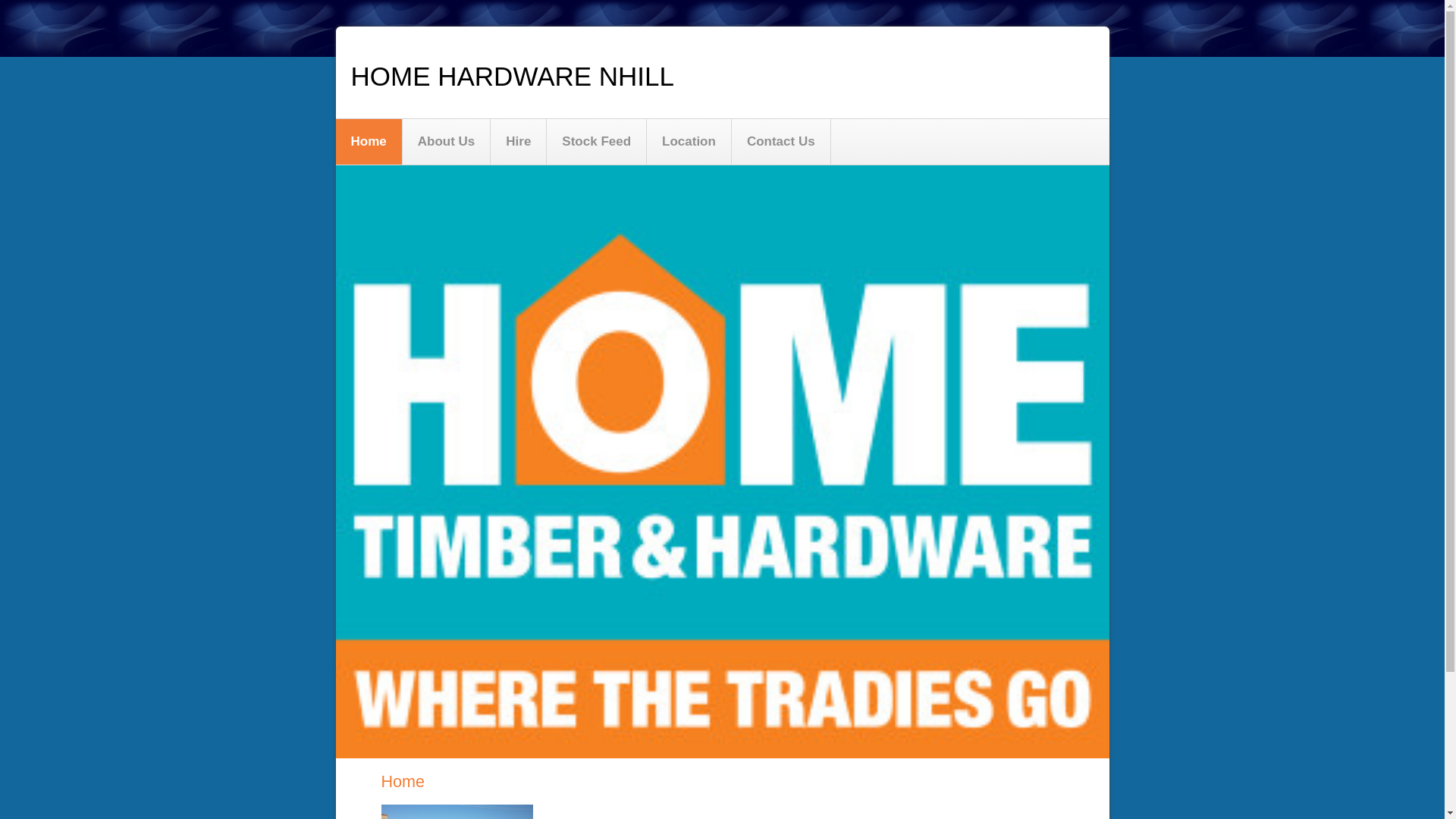 The height and width of the screenshot is (819, 1456). What do you see at coordinates (781, 141) in the screenshot?
I see `'Contact Us'` at bounding box center [781, 141].